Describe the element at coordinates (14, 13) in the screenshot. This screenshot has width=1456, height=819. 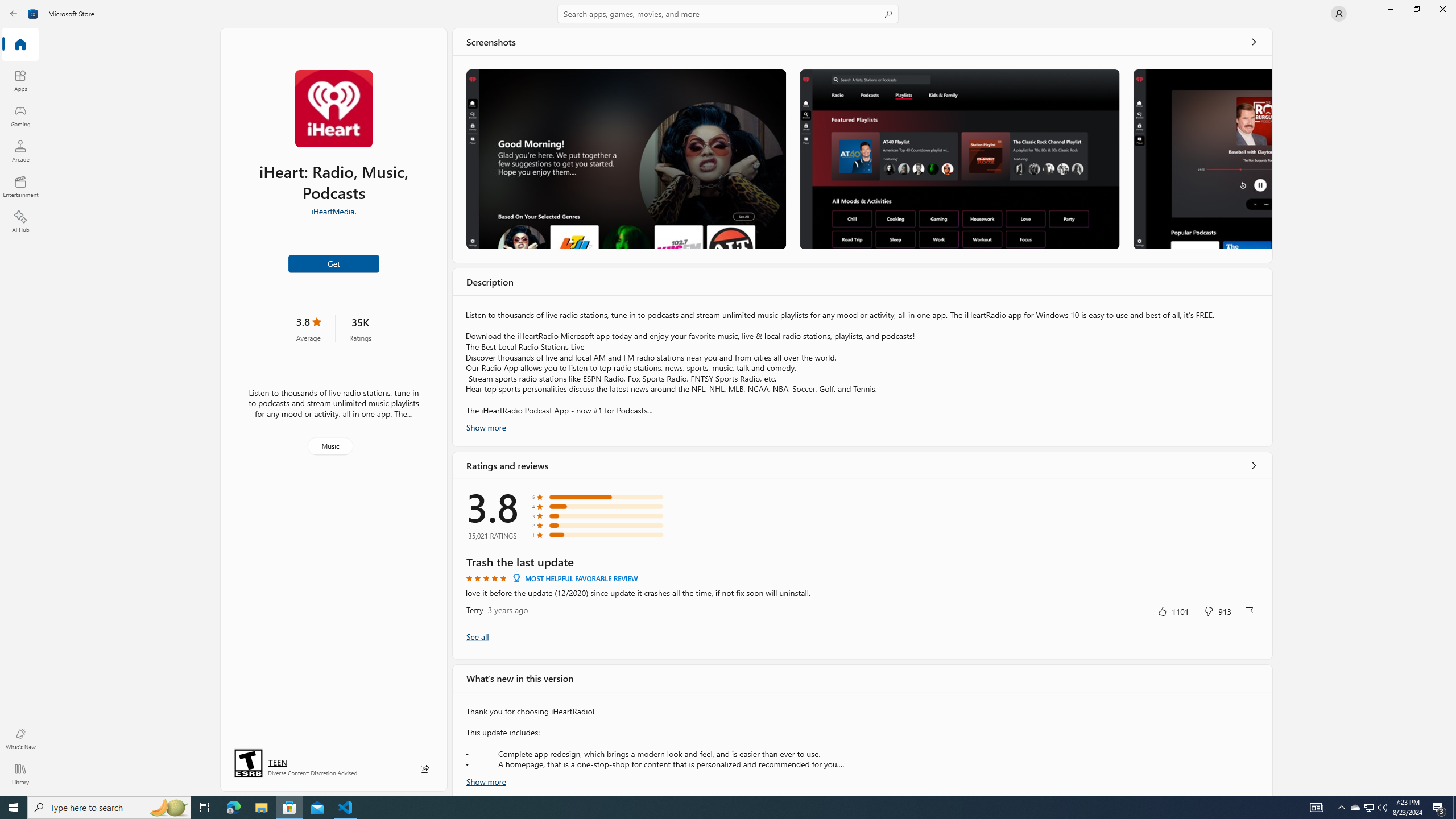
I see `'Back'` at that location.